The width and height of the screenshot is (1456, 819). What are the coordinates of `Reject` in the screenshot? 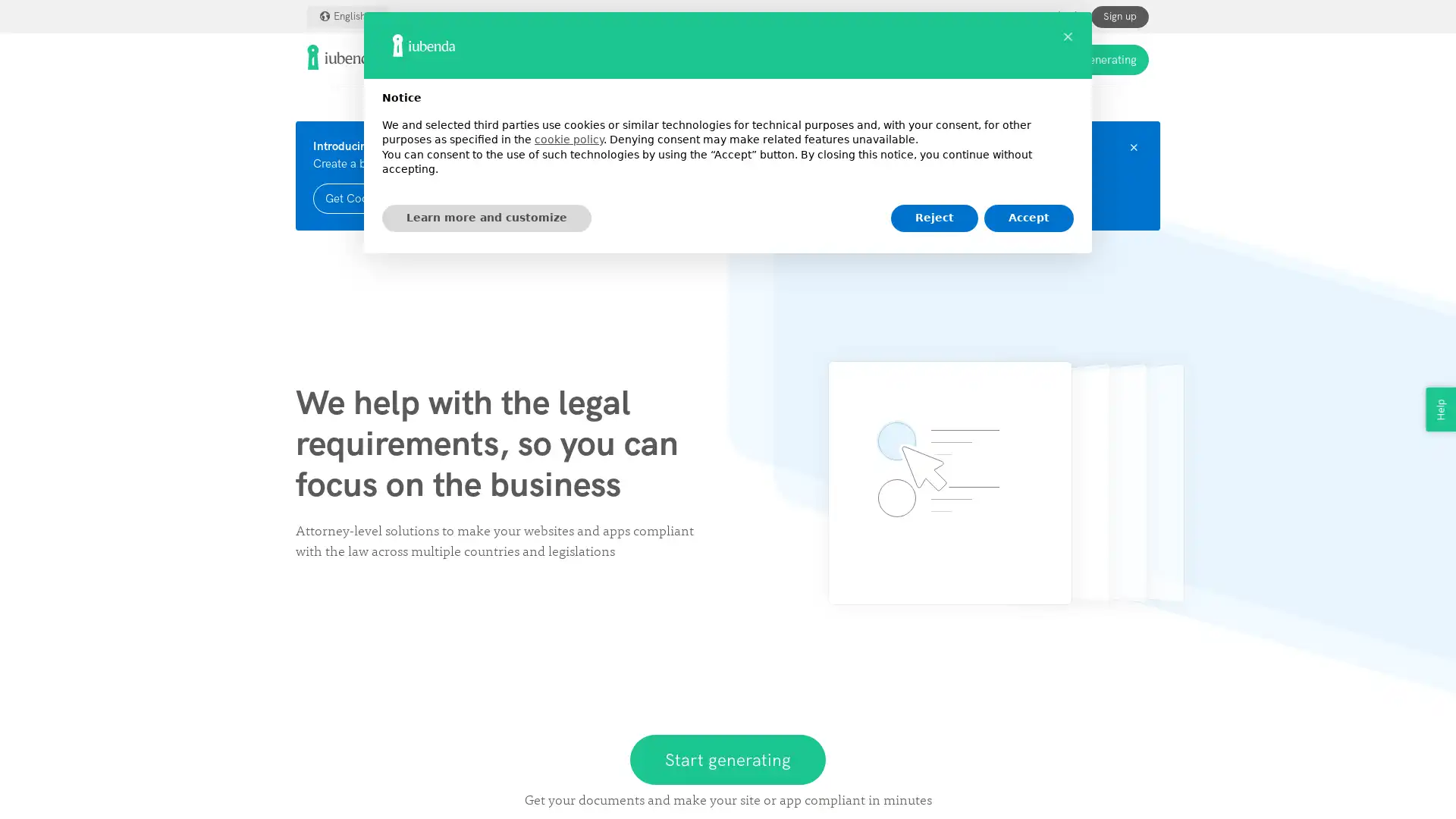 It's located at (934, 217).